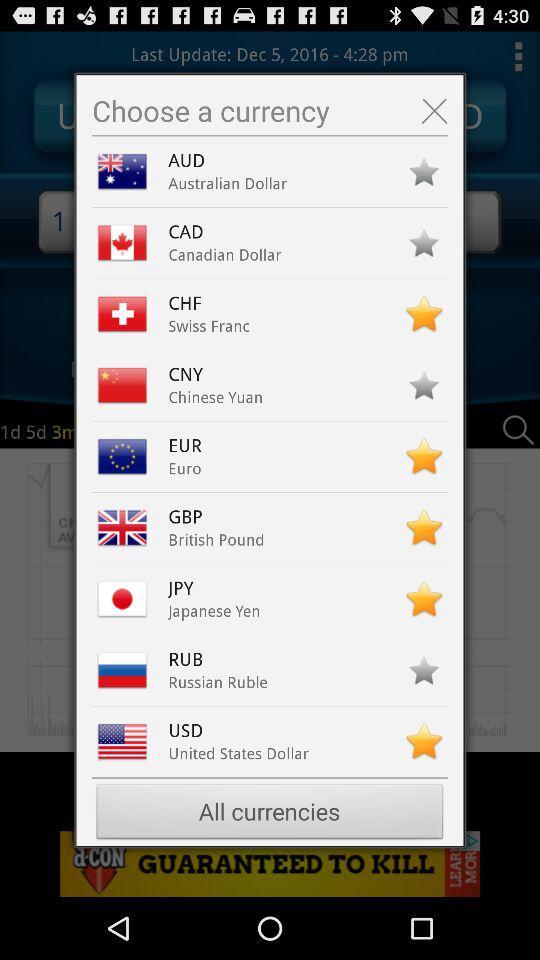 Image resolution: width=540 pixels, height=960 pixels. I want to click on british pound item, so click(215, 539).